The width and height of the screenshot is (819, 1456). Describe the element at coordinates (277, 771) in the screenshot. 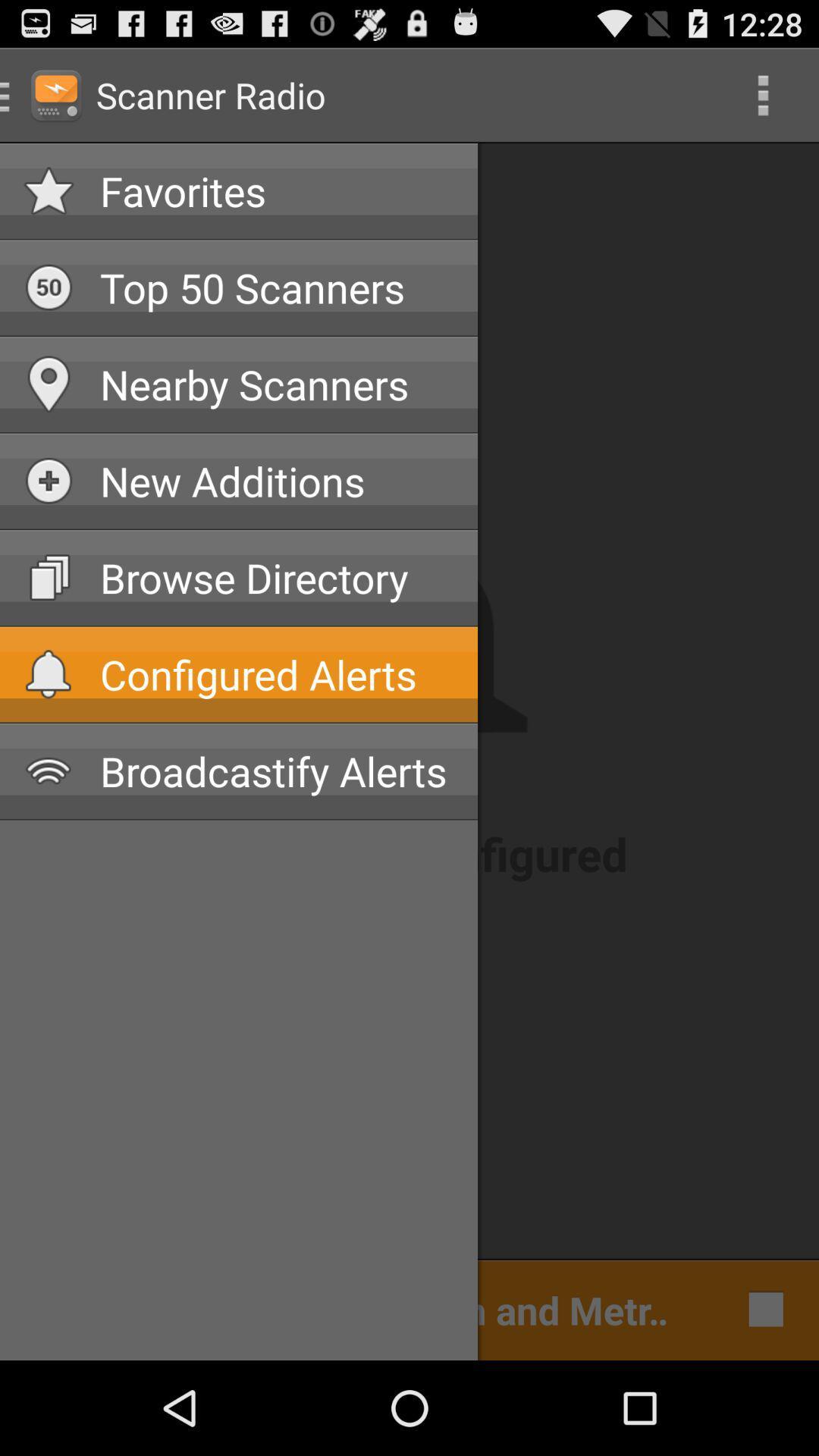

I see `the broadcastify alerts item` at that location.